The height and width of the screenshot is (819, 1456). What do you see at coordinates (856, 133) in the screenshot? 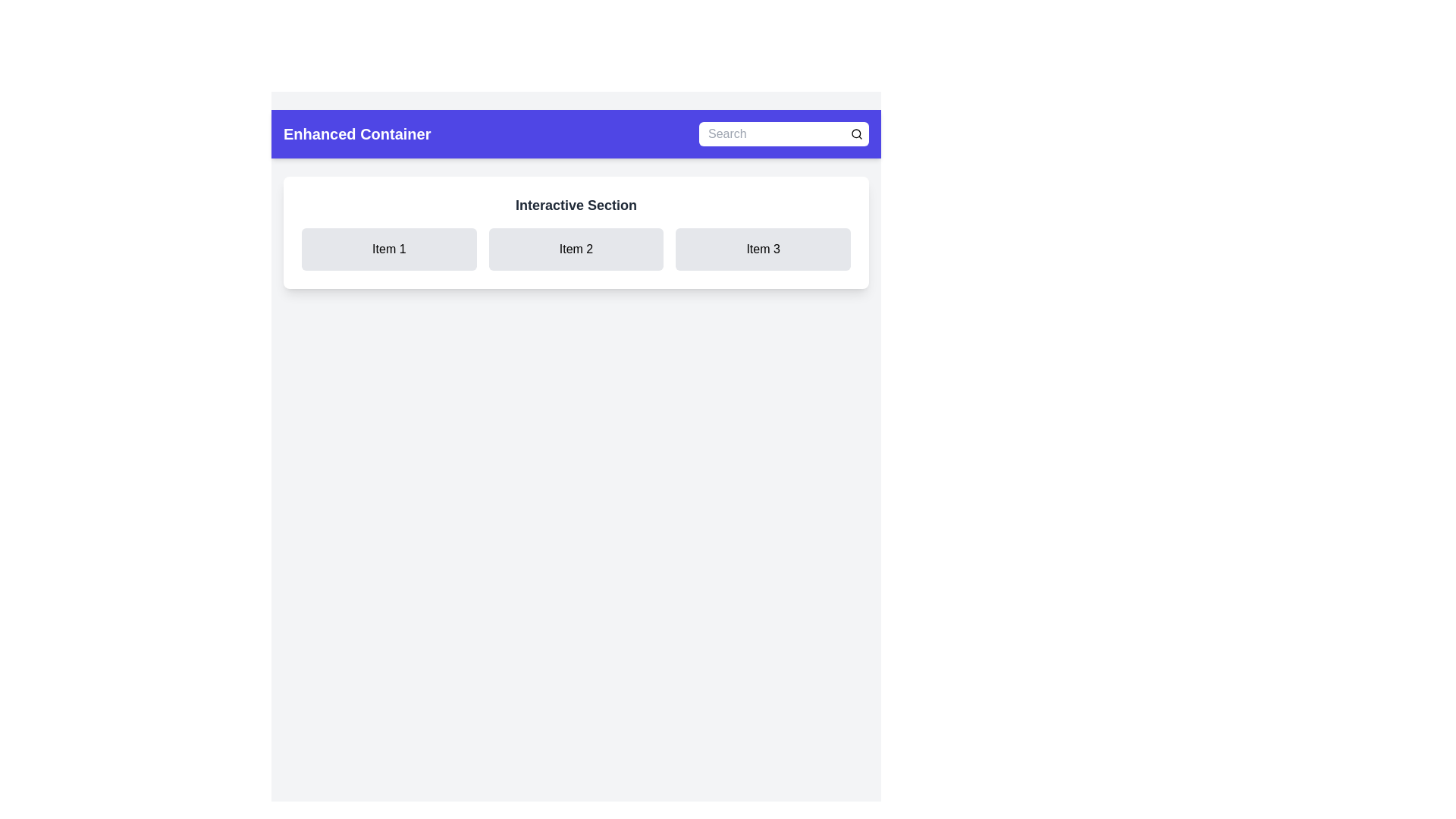
I see `the small black magnifying glass icon located in the top-right corner of the application` at bounding box center [856, 133].